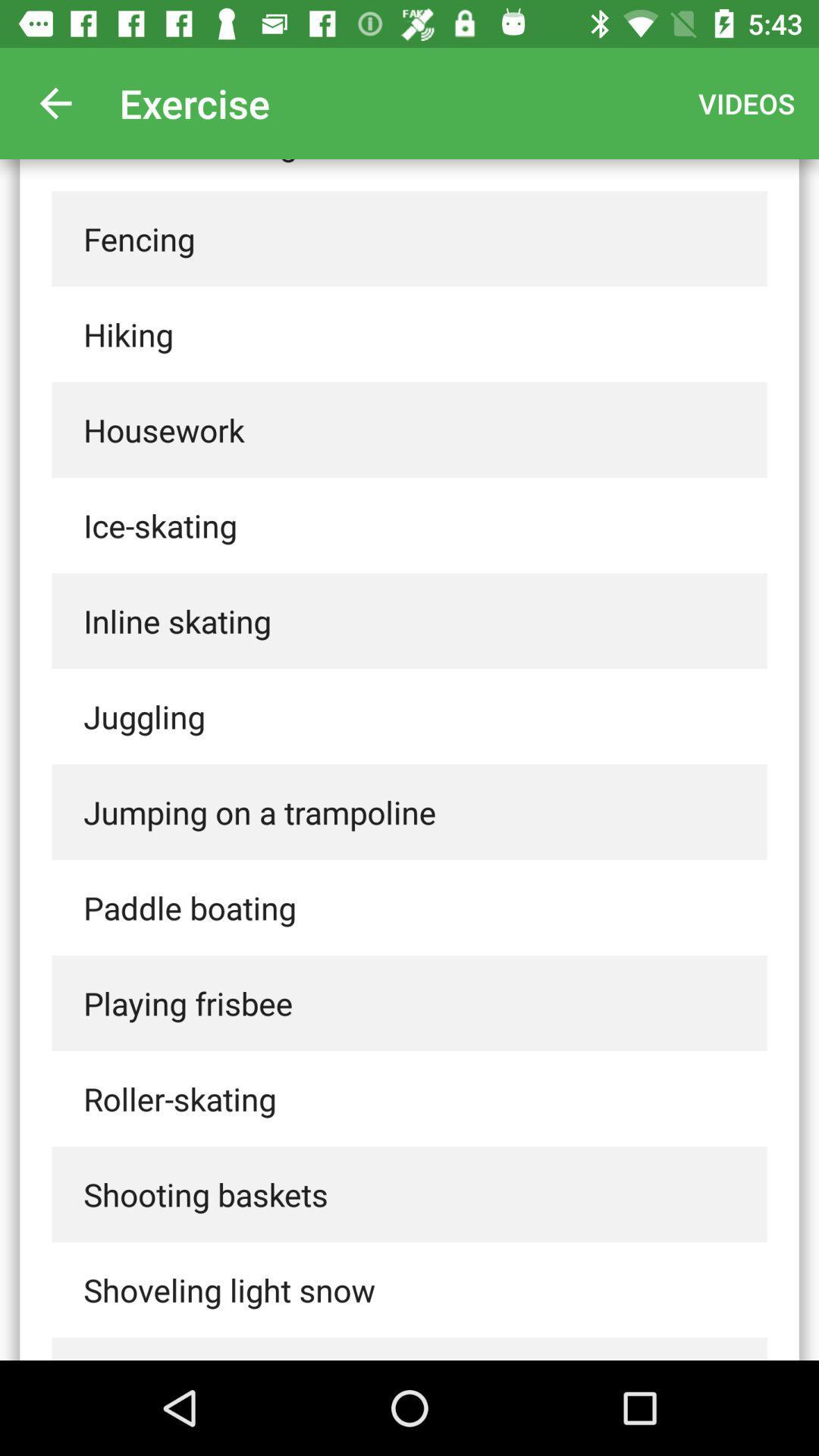  What do you see at coordinates (745, 102) in the screenshot?
I see `item to the right of the exercise item` at bounding box center [745, 102].